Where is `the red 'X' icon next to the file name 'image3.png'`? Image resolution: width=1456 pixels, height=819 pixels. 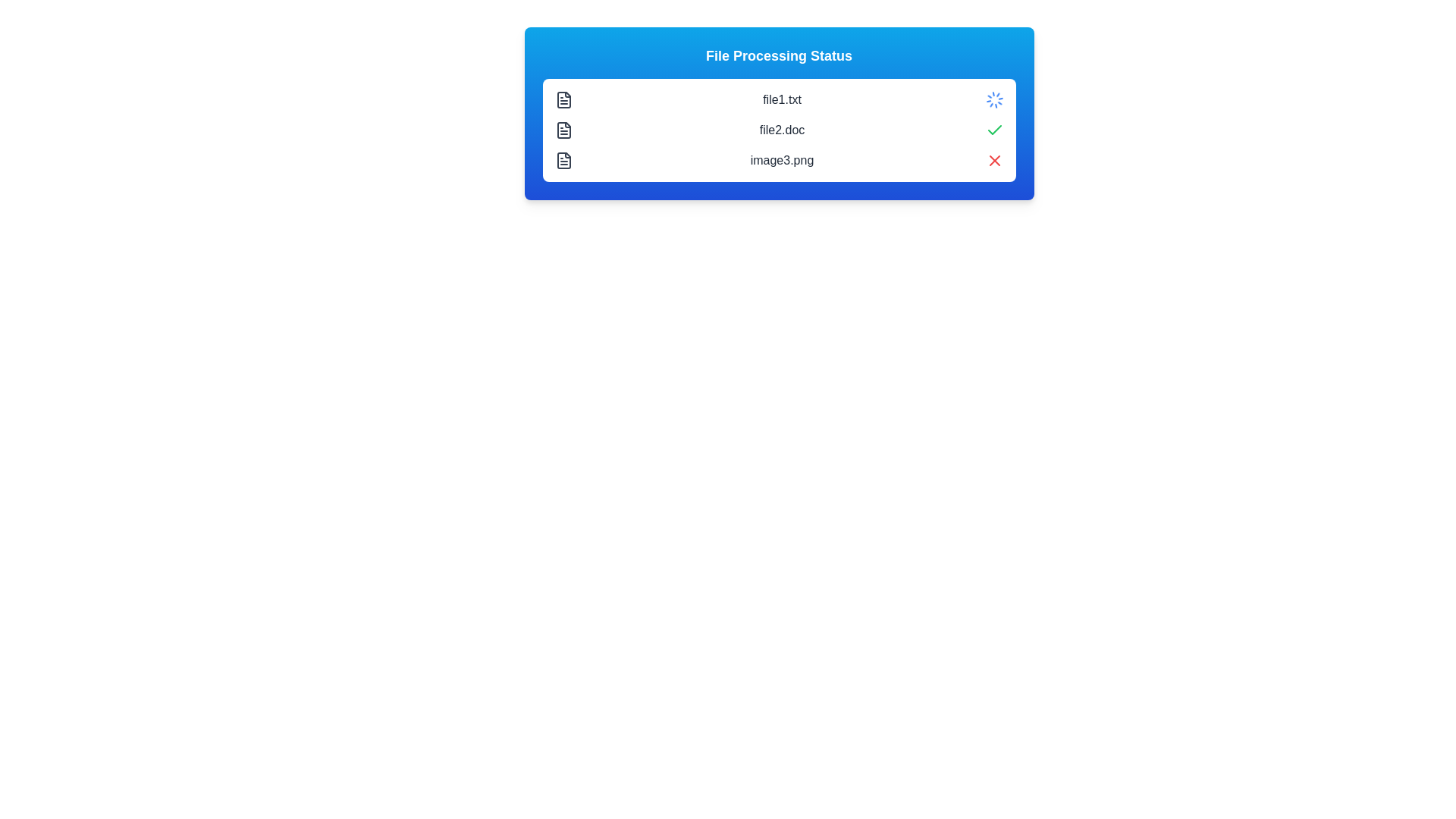 the red 'X' icon next to the file name 'image3.png' is located at coordinates (994, 161).